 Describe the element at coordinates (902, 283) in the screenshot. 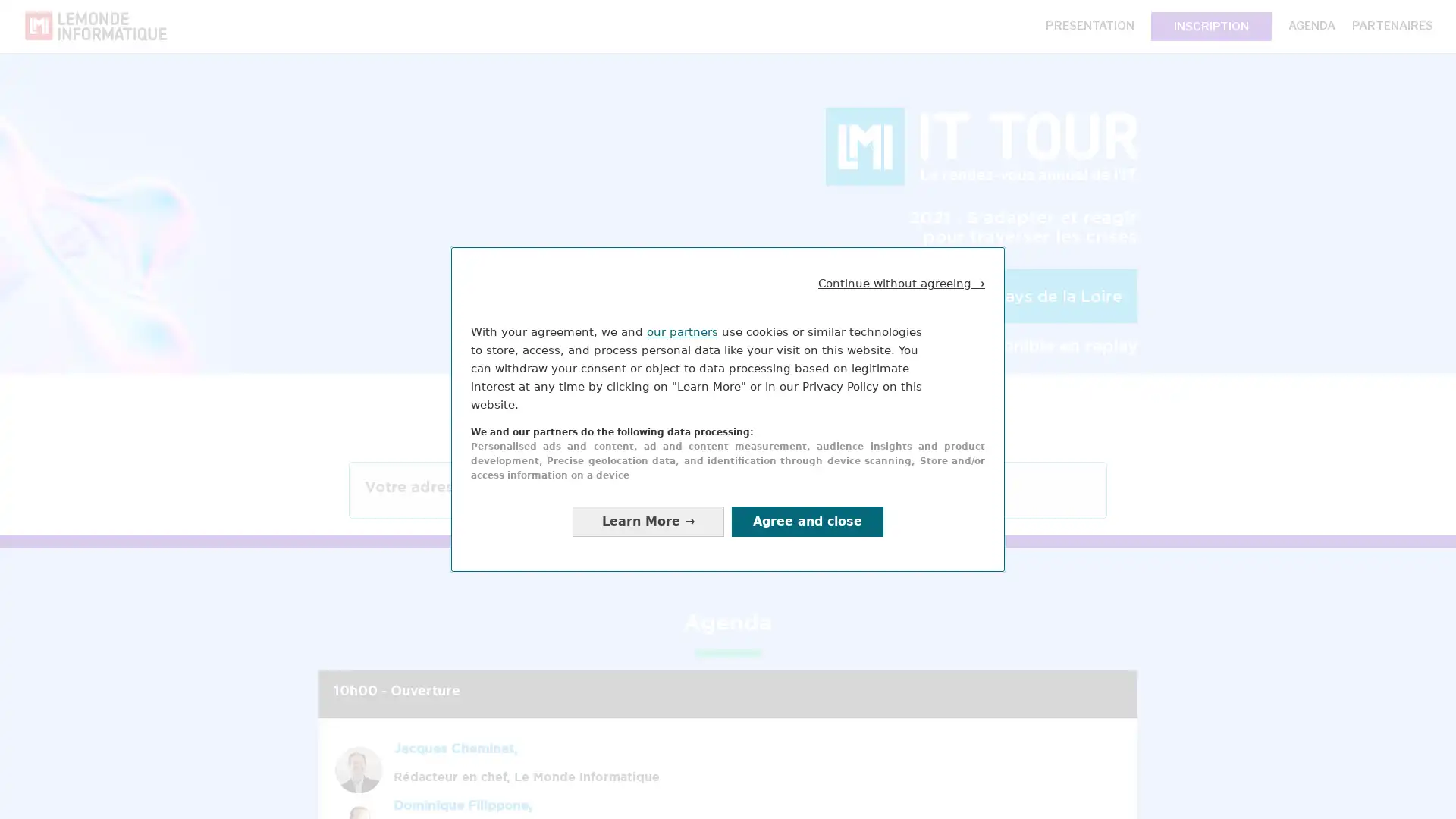

I see `Continue without agreeing` at that location.